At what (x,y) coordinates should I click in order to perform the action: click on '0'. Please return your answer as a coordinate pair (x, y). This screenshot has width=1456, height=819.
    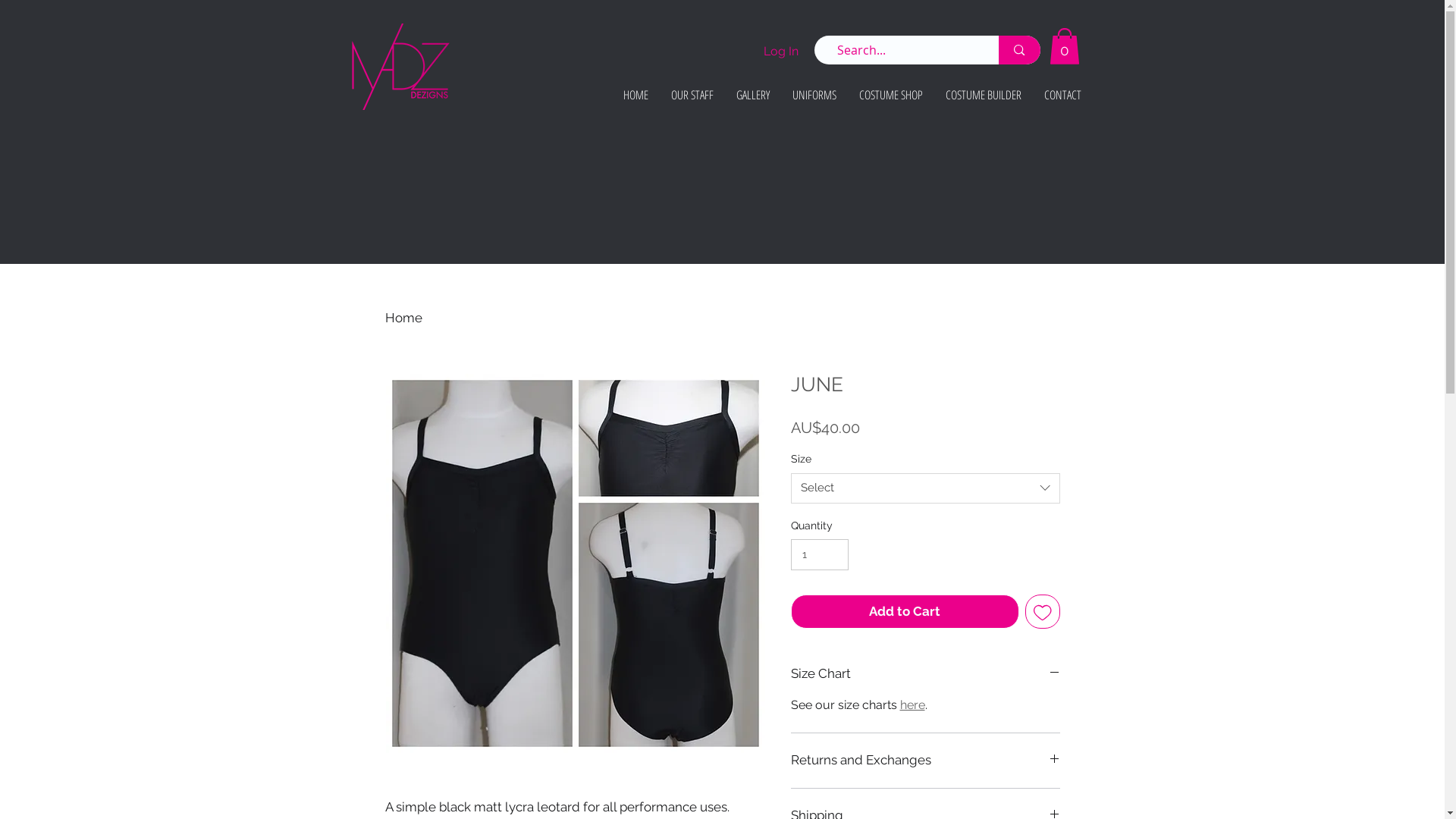
    Looking at the image, I should click on (1063, 45).